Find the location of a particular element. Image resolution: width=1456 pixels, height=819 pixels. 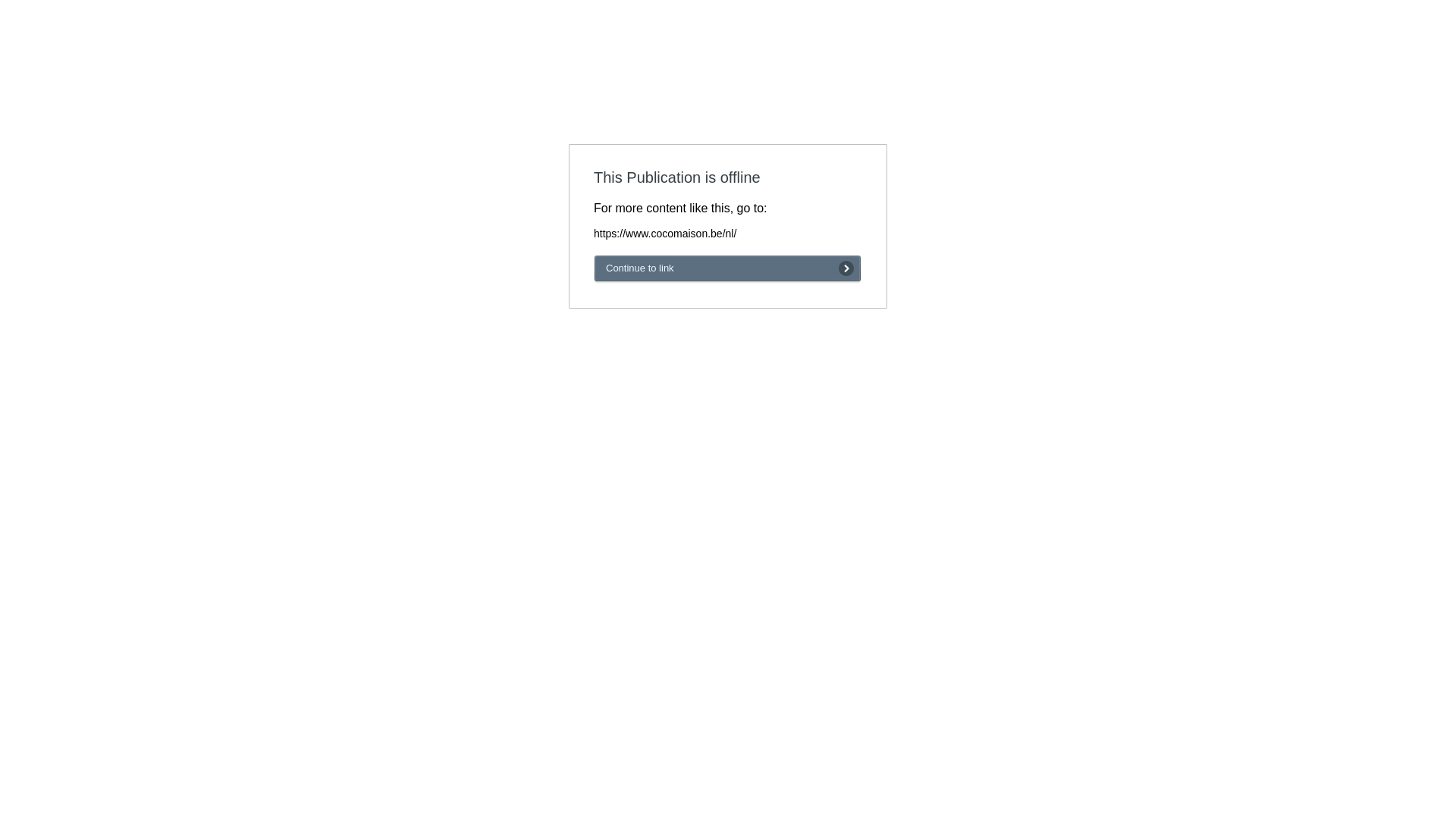

'Continue to link' is located at coordinates (726, 268).